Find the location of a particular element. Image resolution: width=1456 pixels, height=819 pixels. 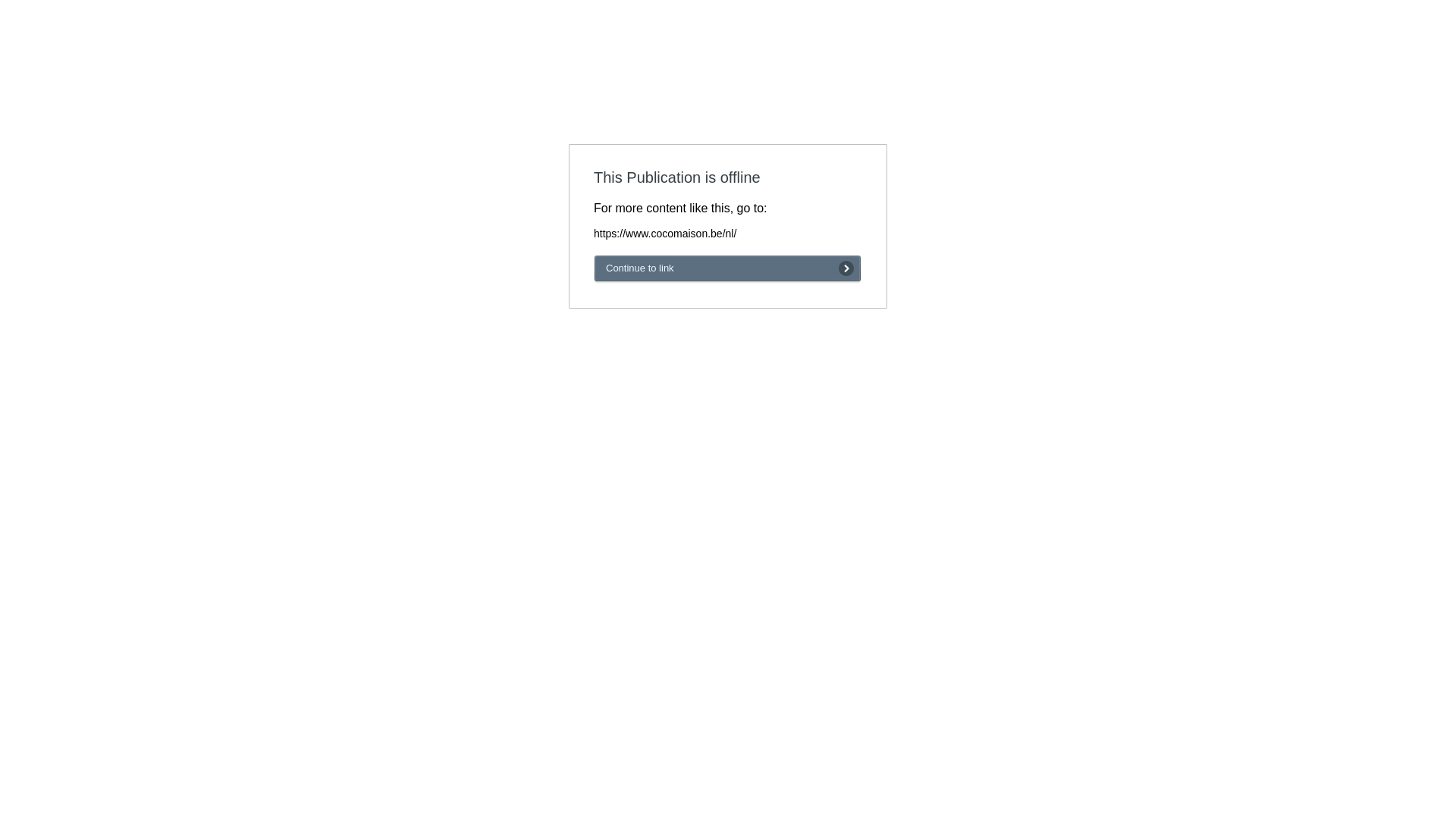

'Continue to link' is located at coordinates (726, 268).